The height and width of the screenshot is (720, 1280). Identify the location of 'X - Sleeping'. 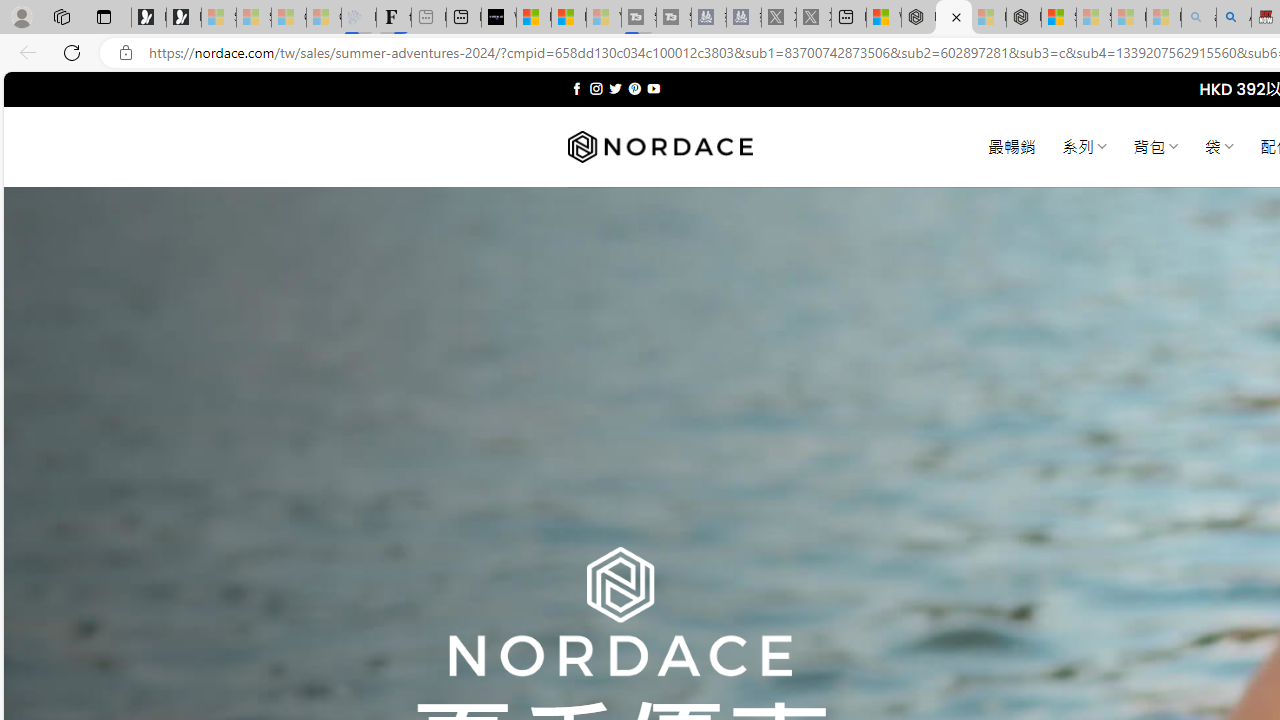
(814, 17).